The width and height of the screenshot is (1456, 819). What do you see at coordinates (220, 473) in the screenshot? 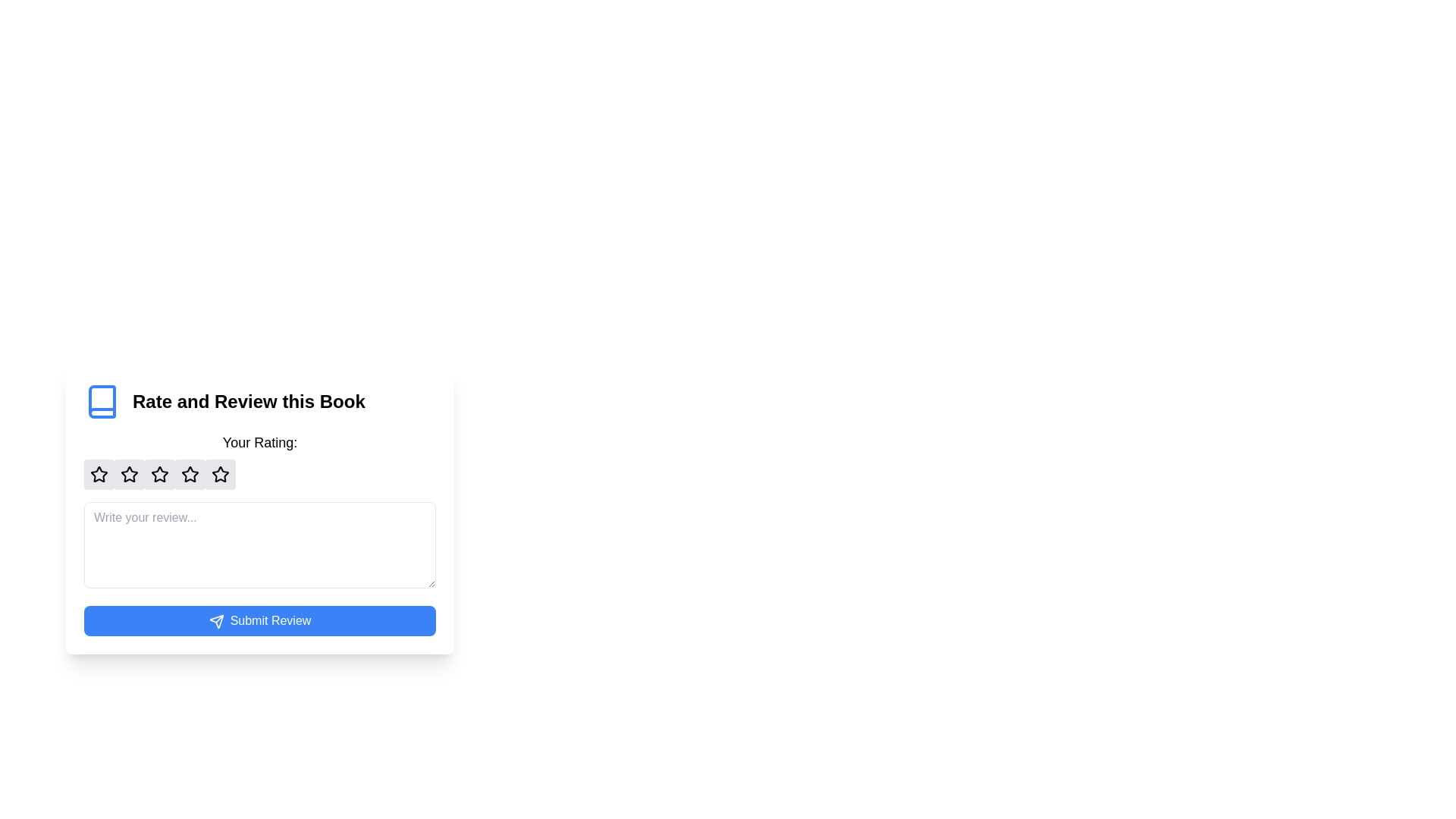
I see `the fifth rating star icon` at bounding box center [220, 473].